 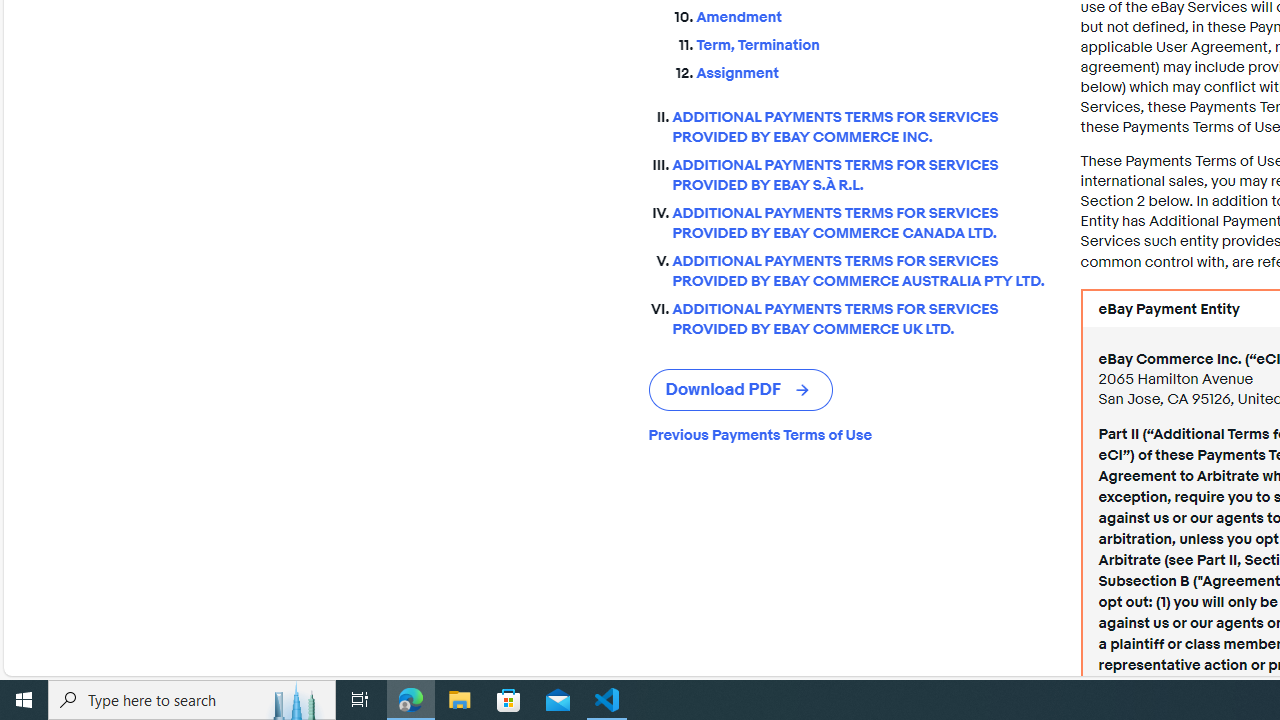 What do you see at coordinates (872, 45) in the screenshot?
I see `'Term, Termination'` at bounding box center [872, 45].